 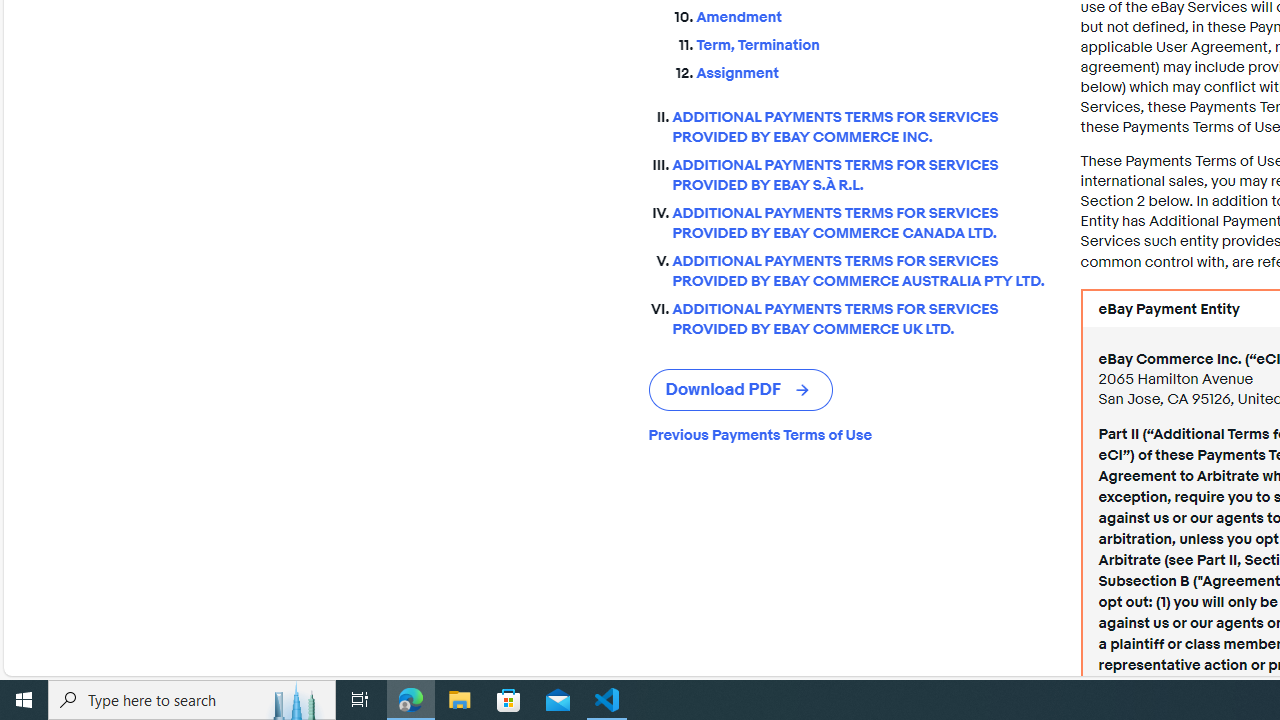 What do you see at coordinates (872, 45) in the screenshot?
I see `'Term, Termination'` at bounding box center [872, 45].